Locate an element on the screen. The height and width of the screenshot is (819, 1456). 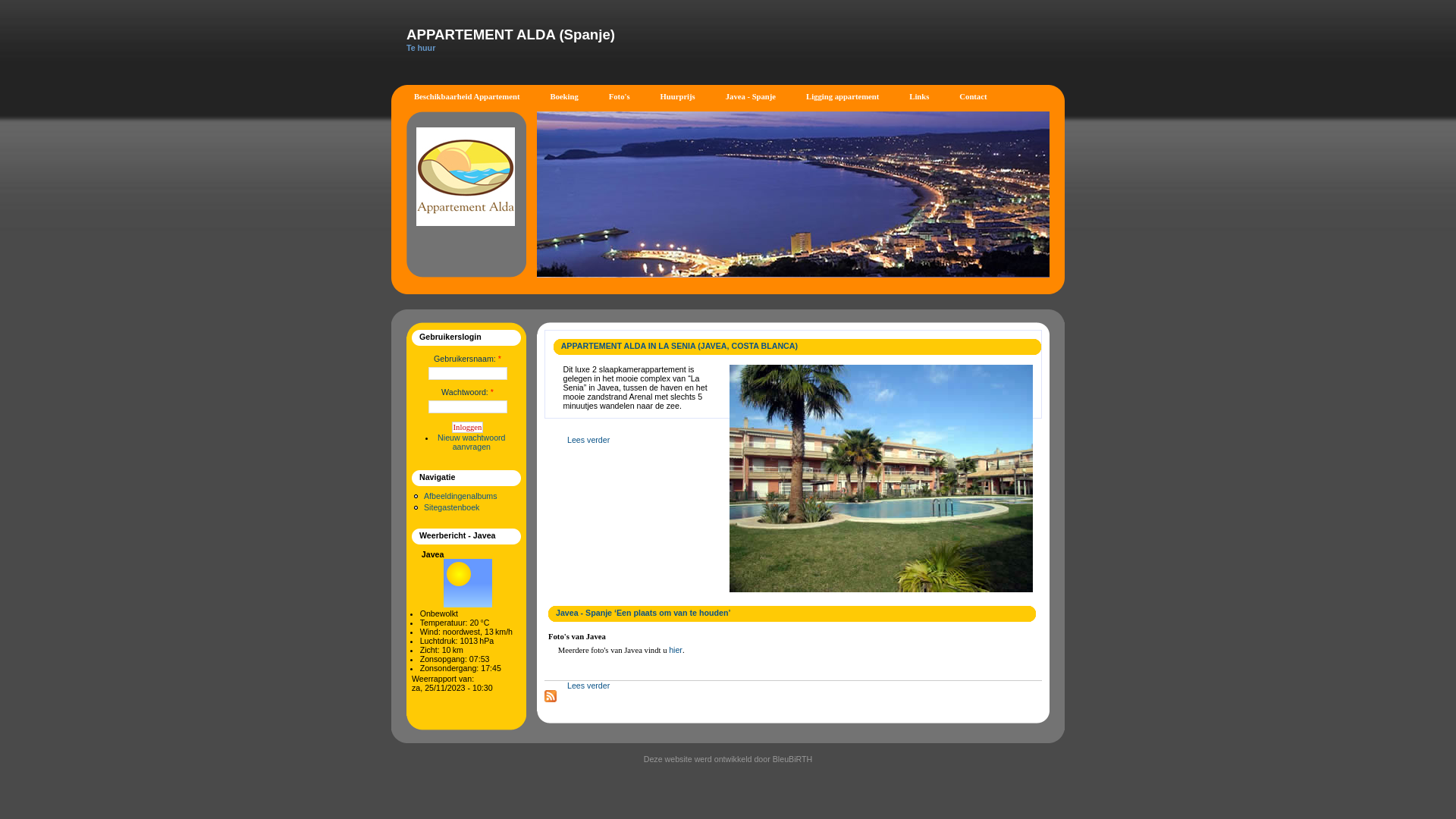
'APPARTEMENT ALDA (Spanje)' is located at coordinates (510, 34).